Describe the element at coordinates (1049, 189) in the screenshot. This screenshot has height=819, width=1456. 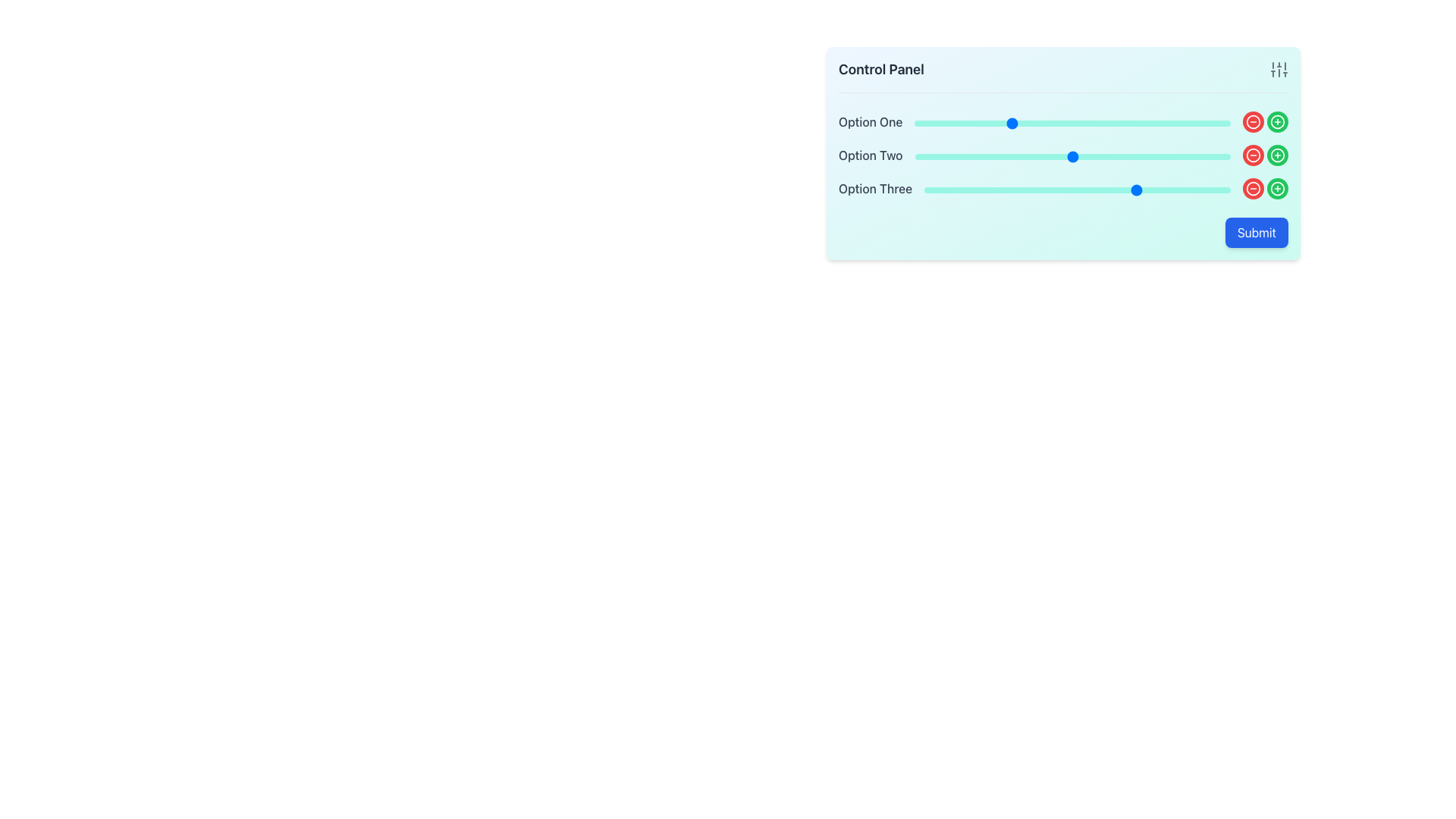
I see `the slider value` at that location.